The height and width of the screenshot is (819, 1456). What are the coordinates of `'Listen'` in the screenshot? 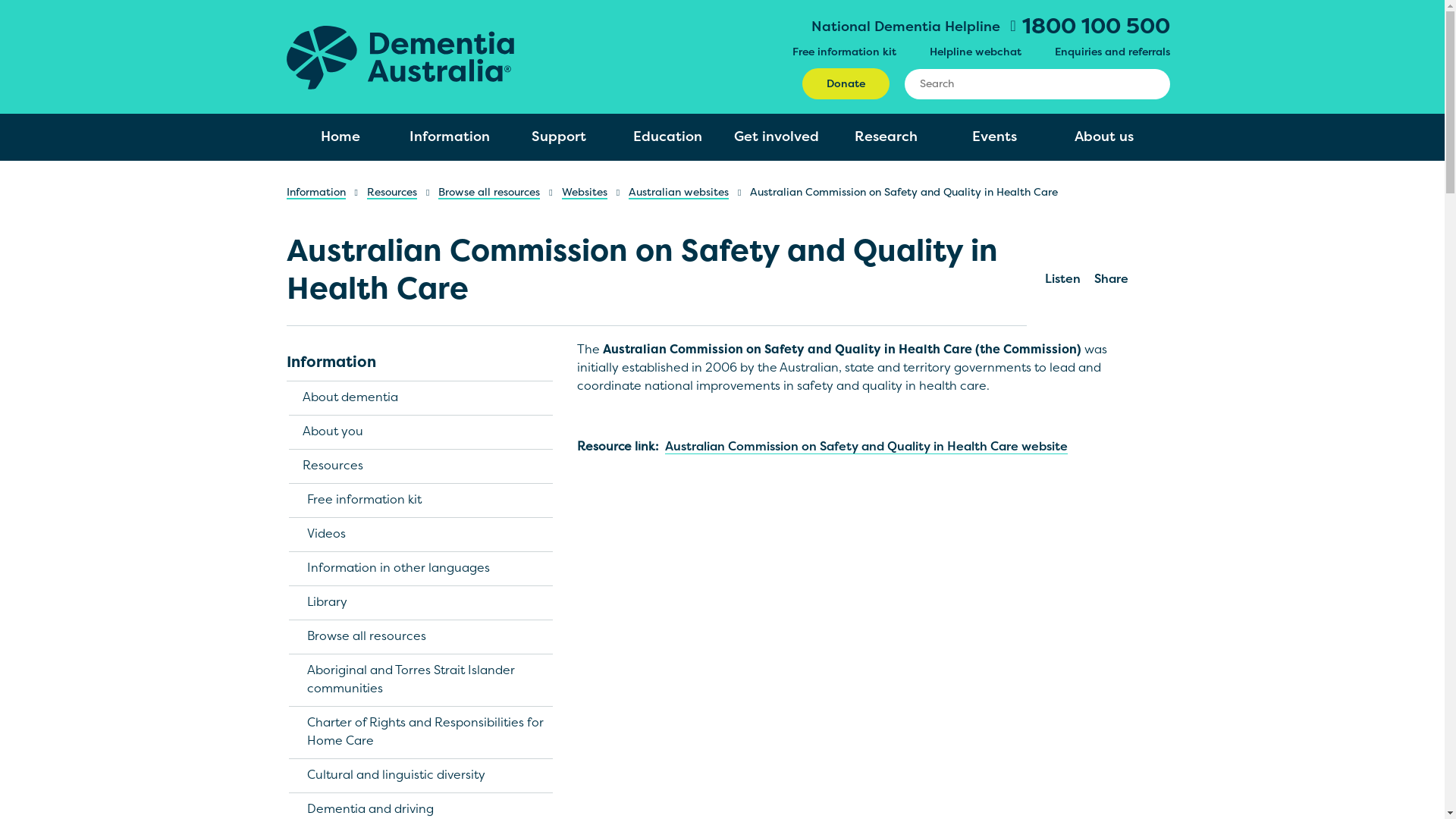 It's located at (1037, 251).